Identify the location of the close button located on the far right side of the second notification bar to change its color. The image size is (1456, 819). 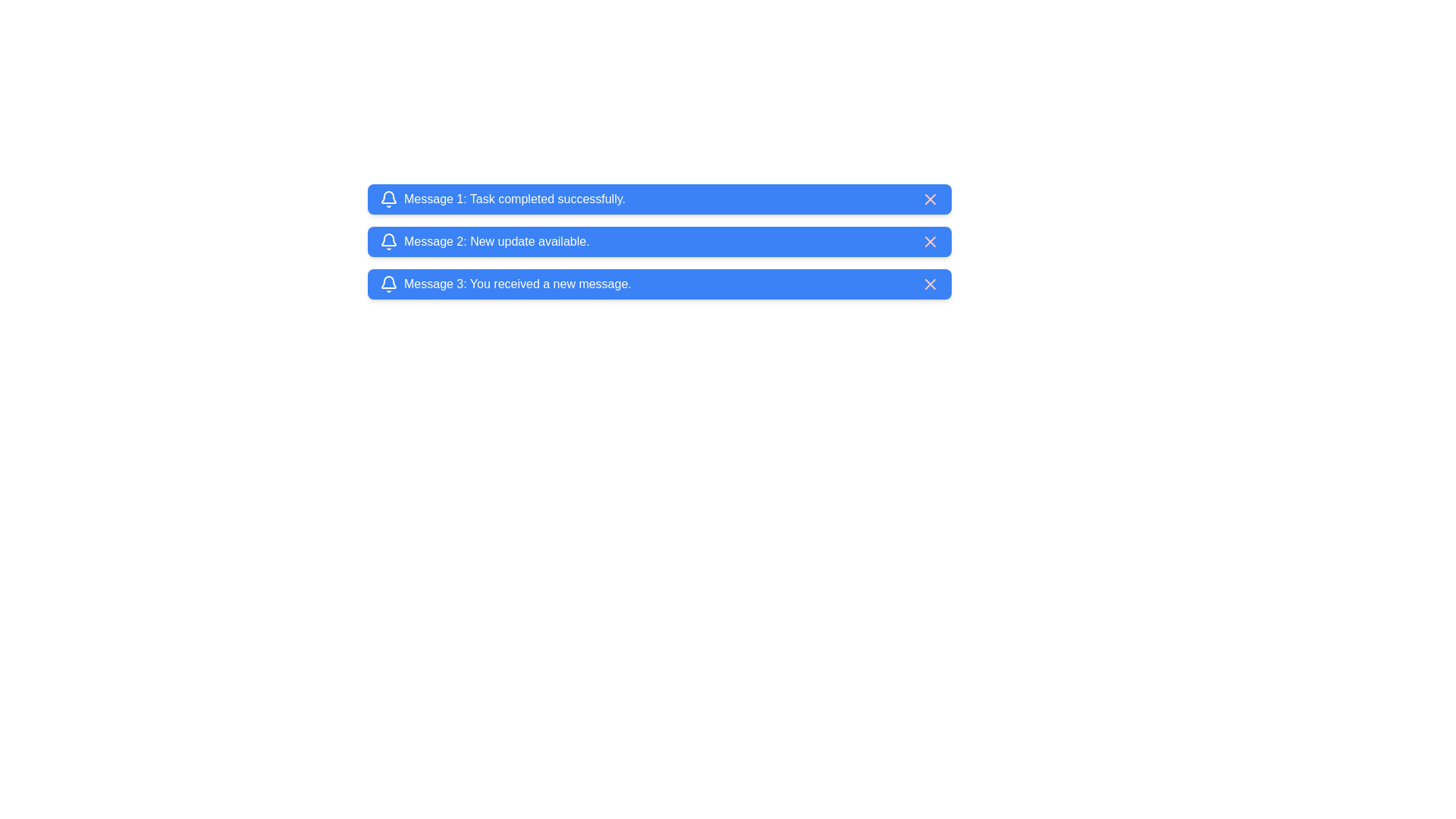
(930, 241).